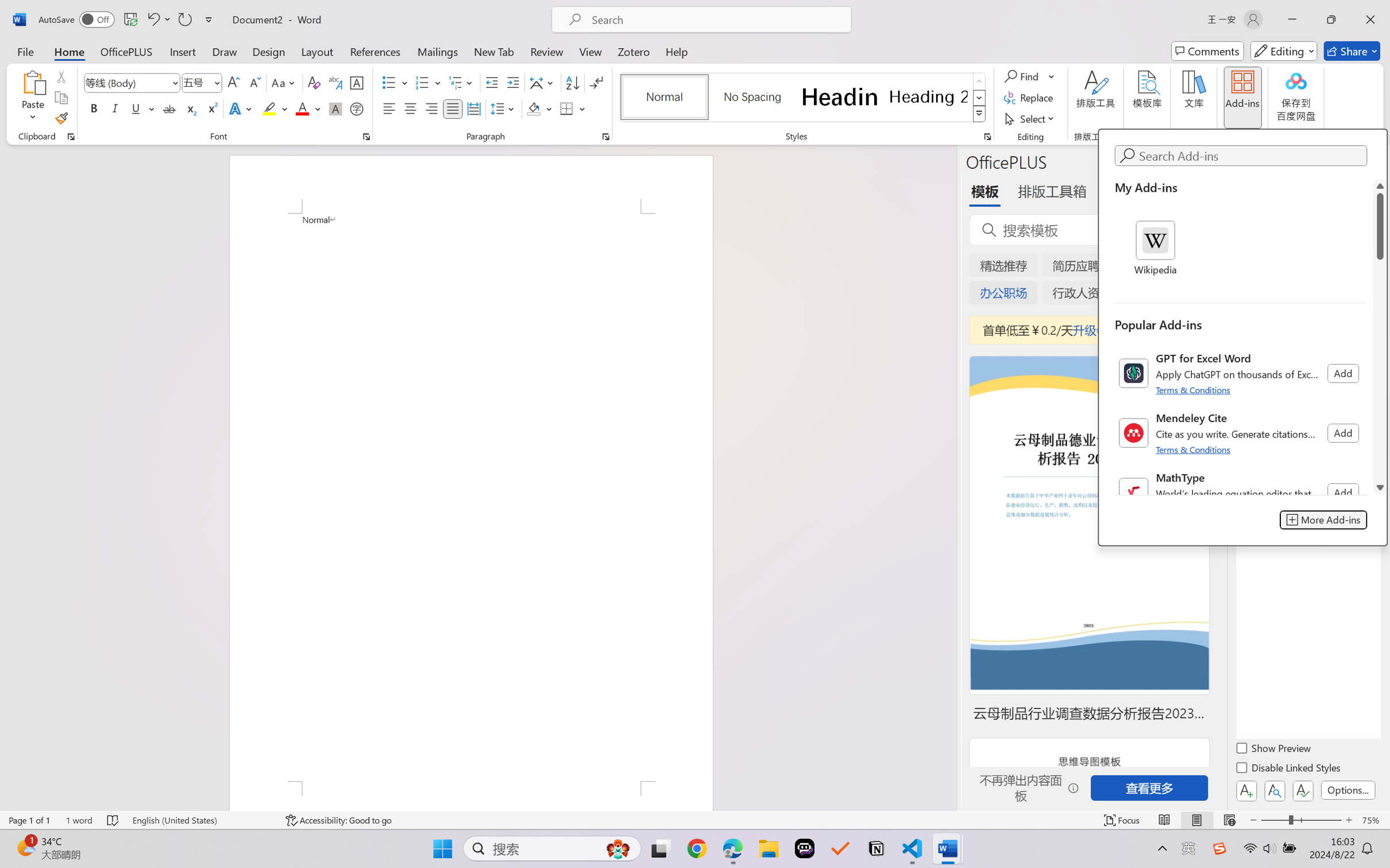 The image size is (1390, 868). I want to click on 'Mode', so click(1284, 51).